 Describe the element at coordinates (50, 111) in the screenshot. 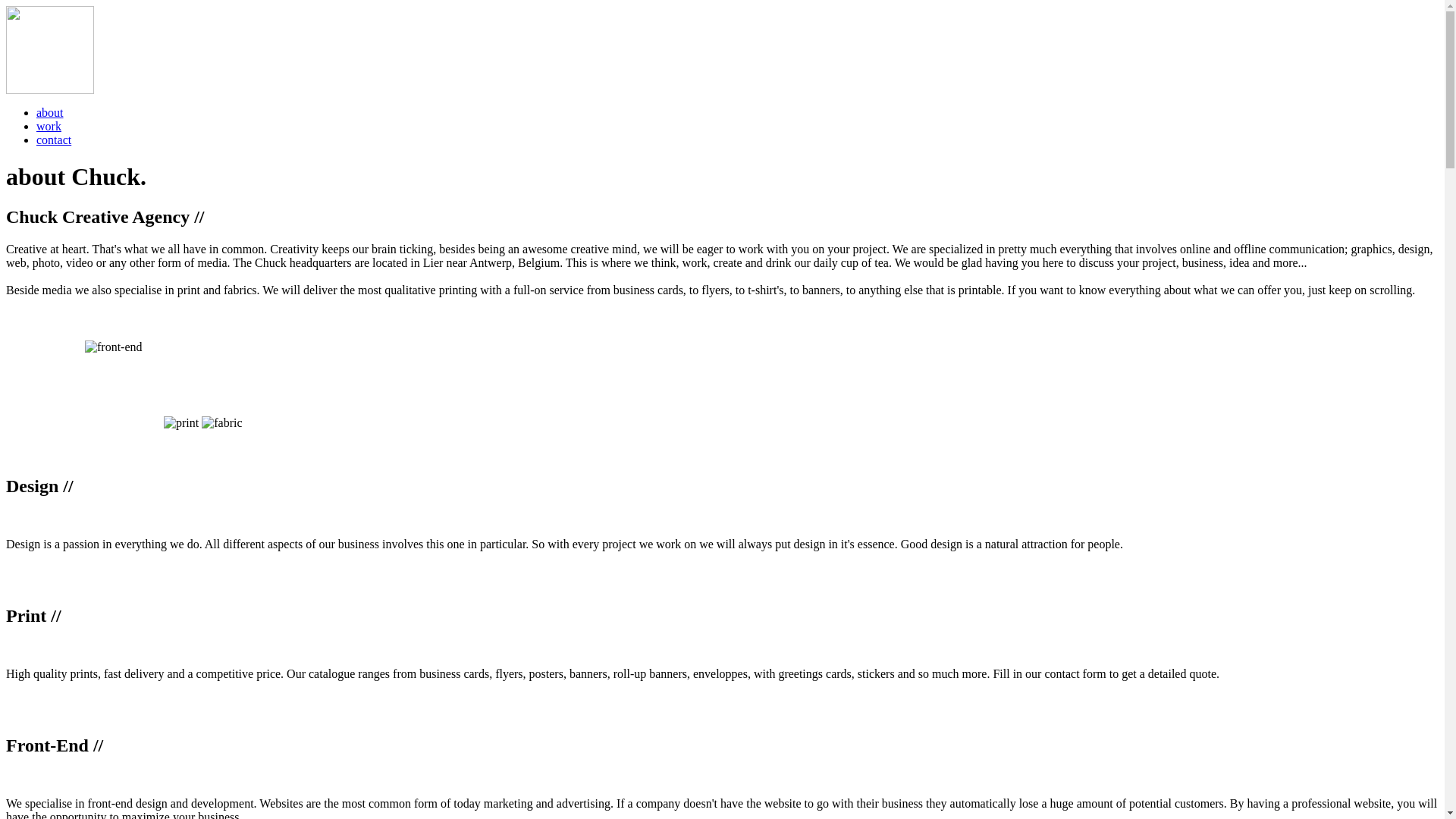

I see `'about'` at that location.